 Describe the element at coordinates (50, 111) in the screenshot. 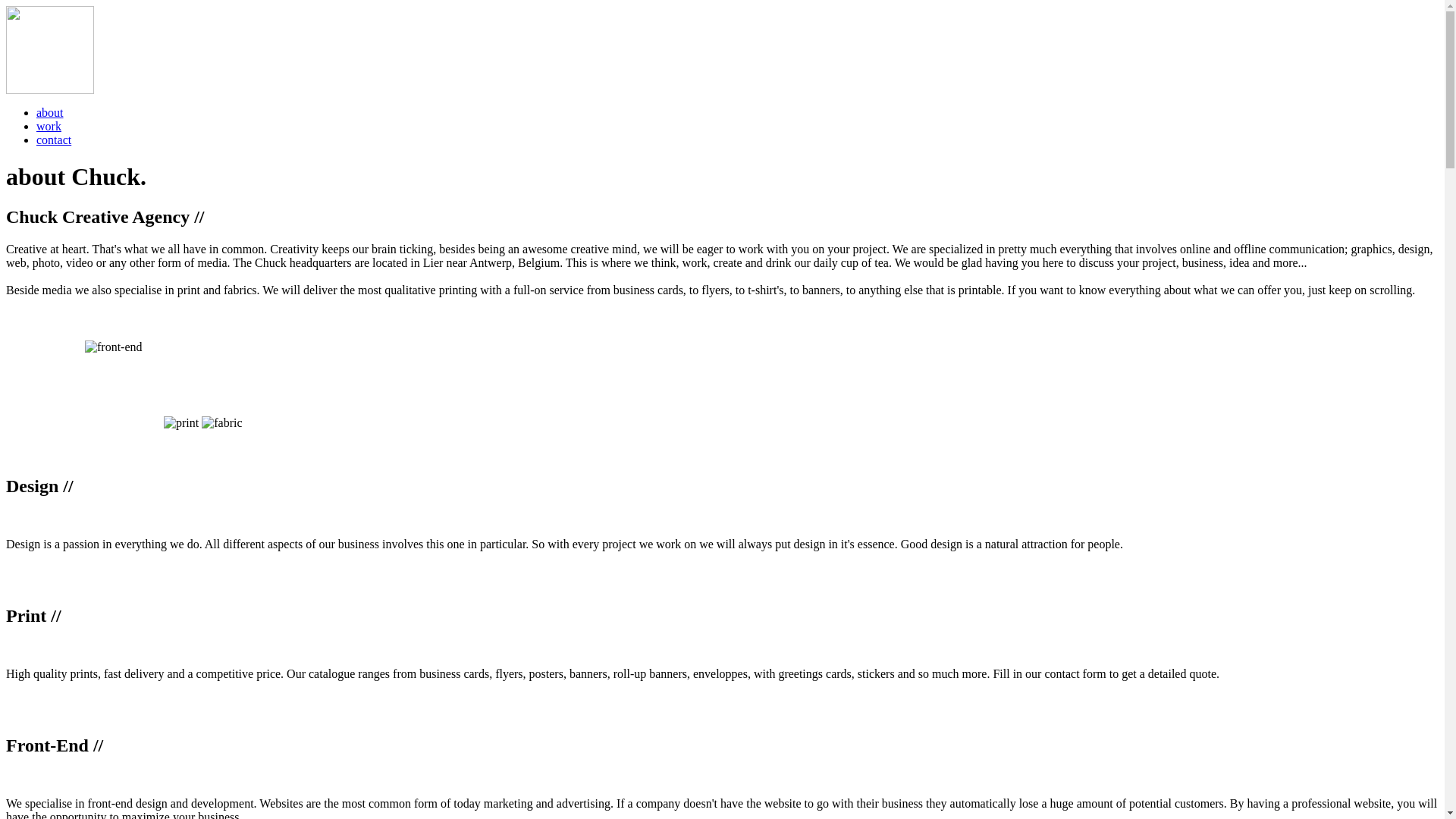

I see `'about'` at that location.